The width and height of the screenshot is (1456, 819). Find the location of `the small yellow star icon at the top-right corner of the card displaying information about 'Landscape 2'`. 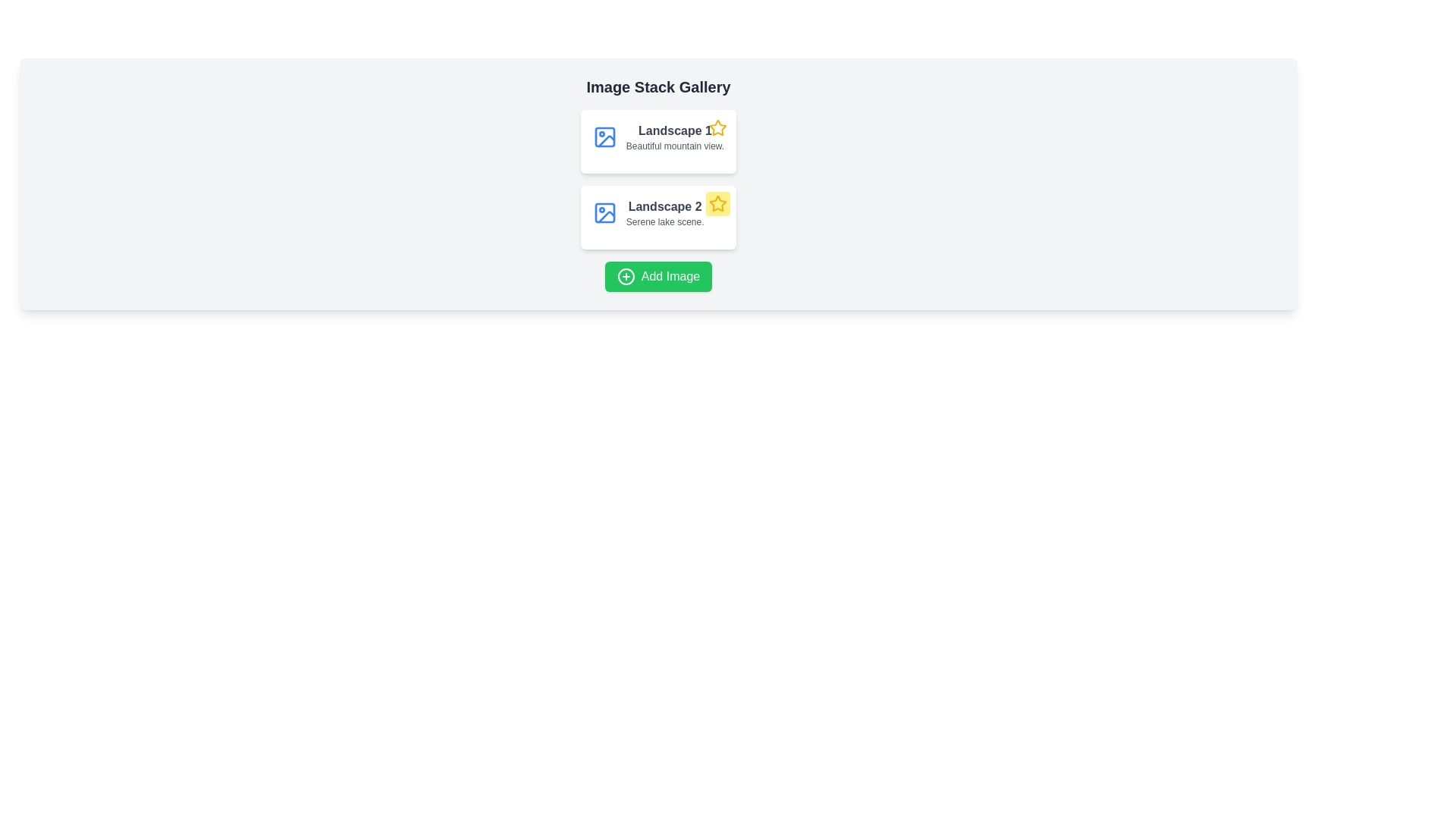

the small yellow star icon at the top-right corner of the card displaying information about 'Landscape 2' is located at coordinates (717, 203).